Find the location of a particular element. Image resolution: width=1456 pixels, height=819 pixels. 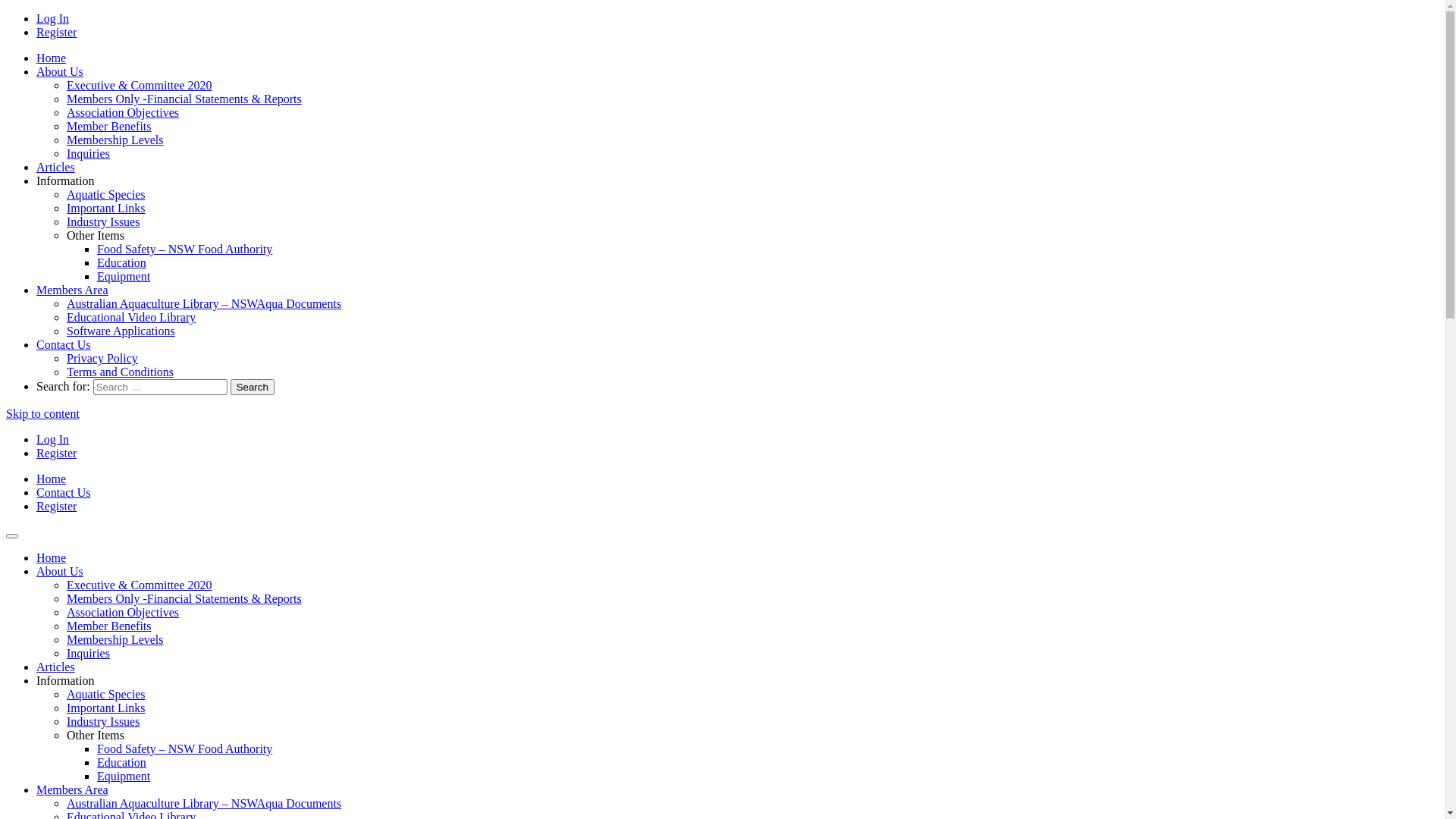

'Industry Issues' is located at coordinates (102, 720).